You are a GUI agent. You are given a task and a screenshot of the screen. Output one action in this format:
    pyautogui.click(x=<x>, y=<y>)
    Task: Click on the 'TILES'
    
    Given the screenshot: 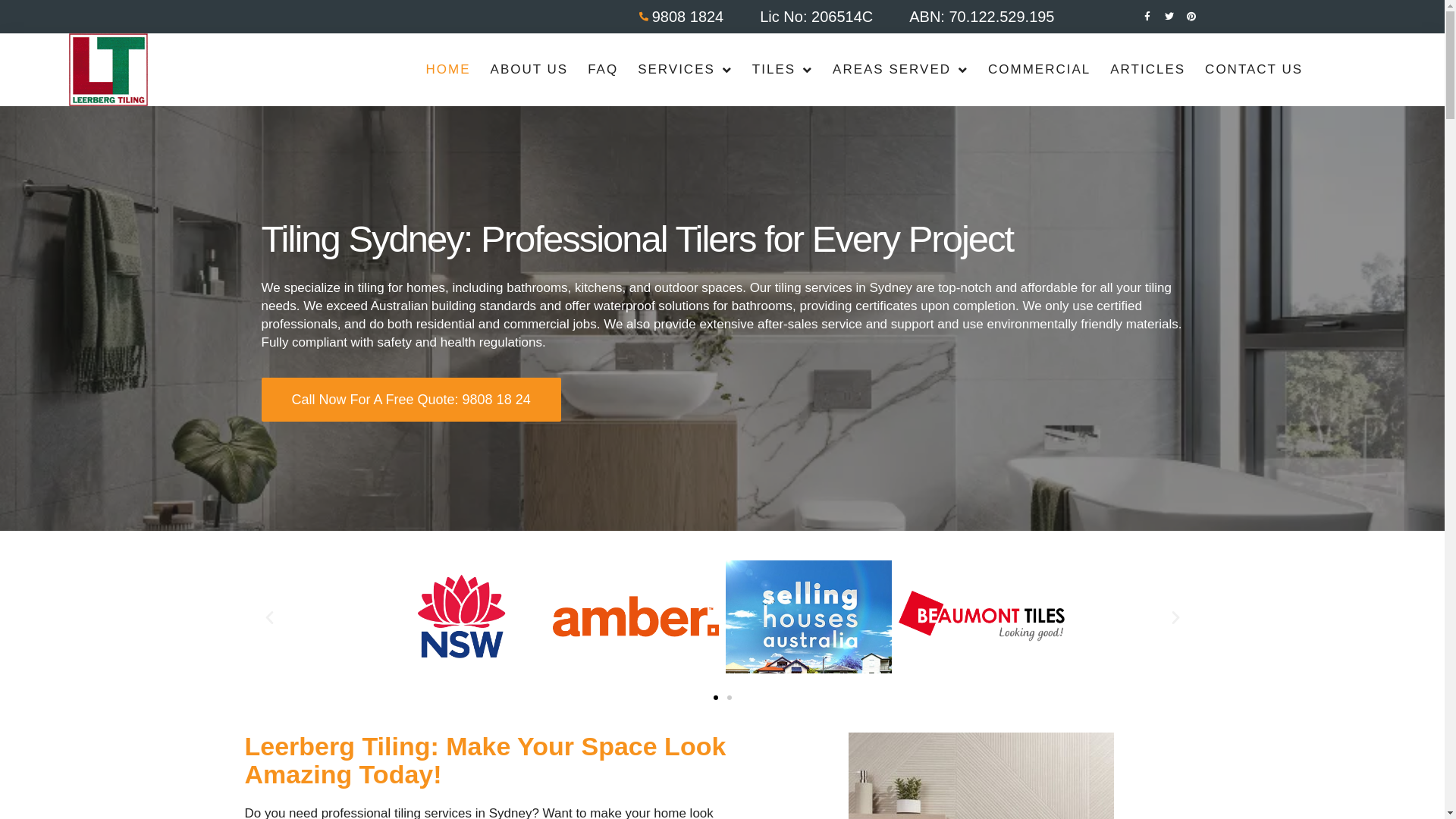 What is the action you would take?
    pyautogui.click(x=742, y=70)
    